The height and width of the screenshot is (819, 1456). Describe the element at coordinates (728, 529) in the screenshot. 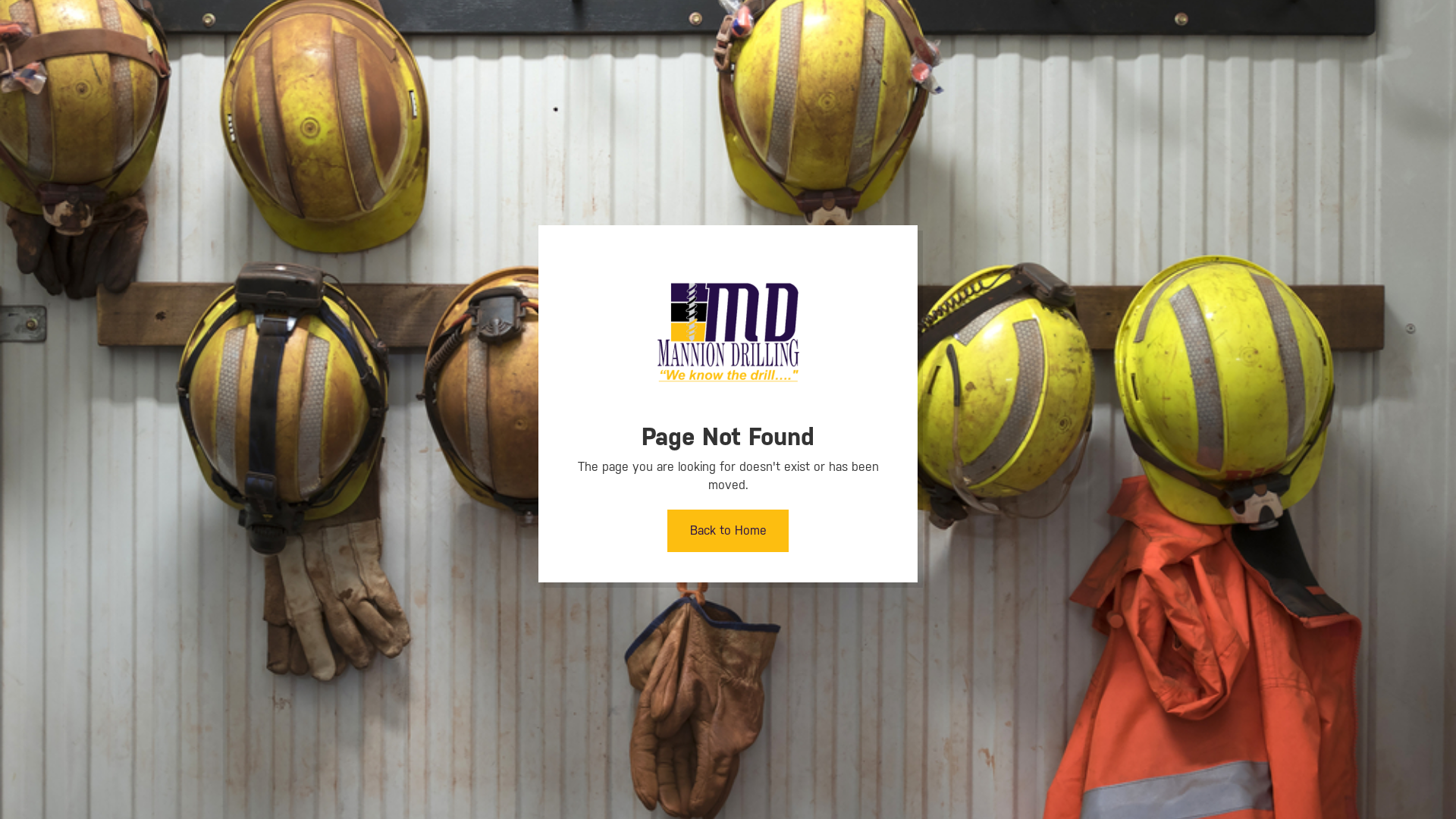

I see `'Back to Home'` at that location.